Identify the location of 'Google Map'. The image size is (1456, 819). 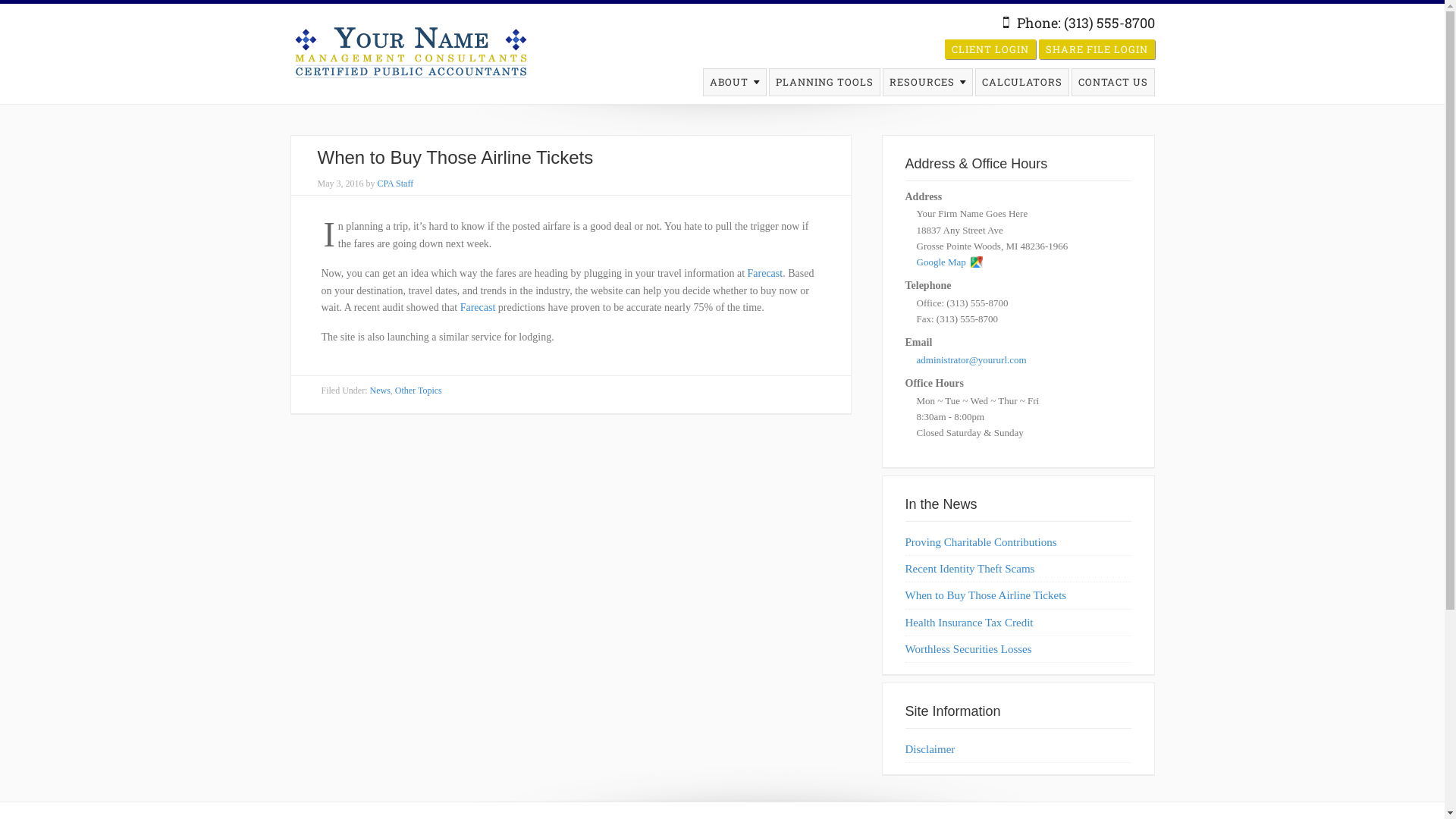
(948, 261).